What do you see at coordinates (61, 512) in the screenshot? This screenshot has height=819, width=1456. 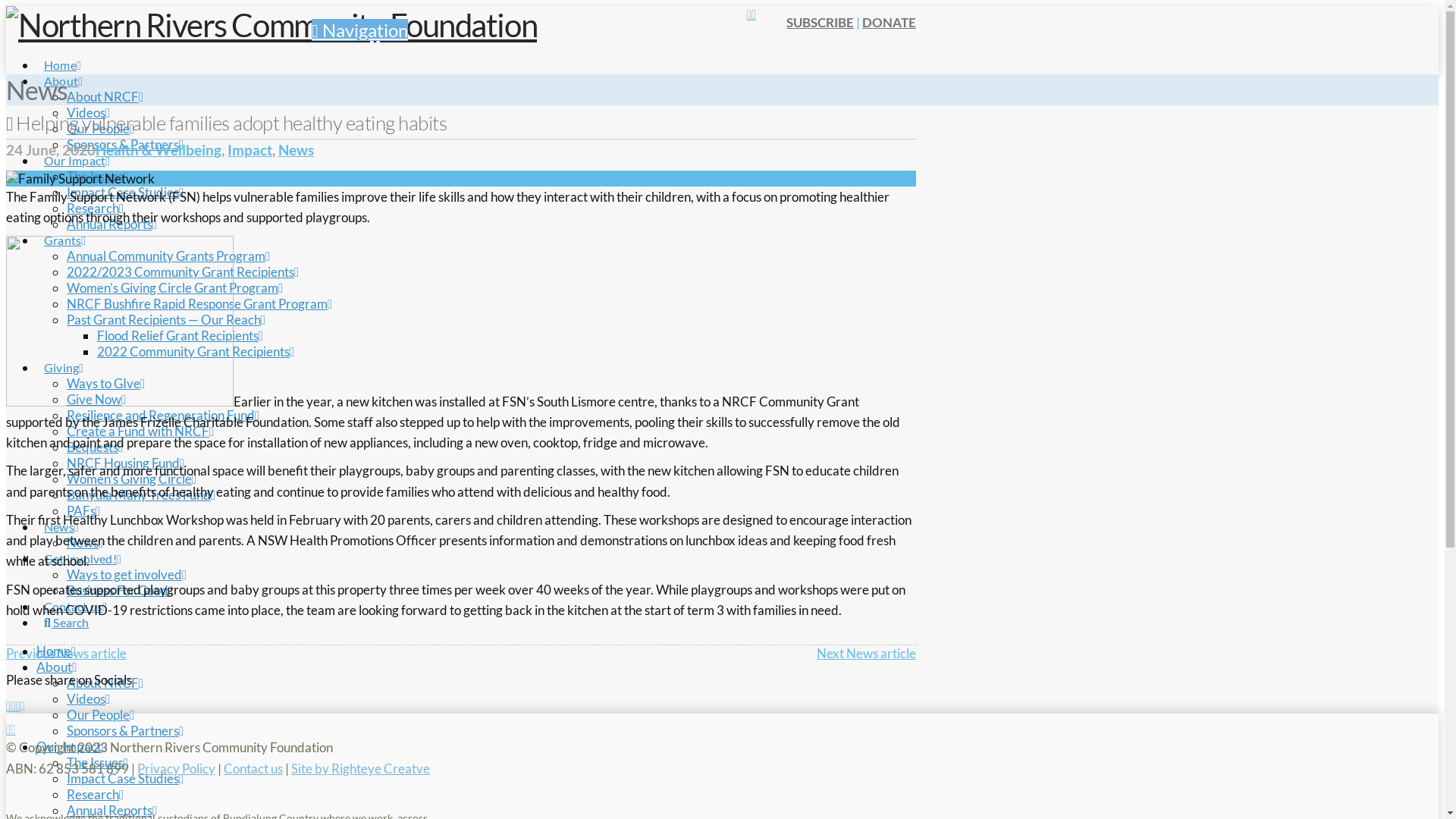 I see `'News'` at bounding box center [61, 512].